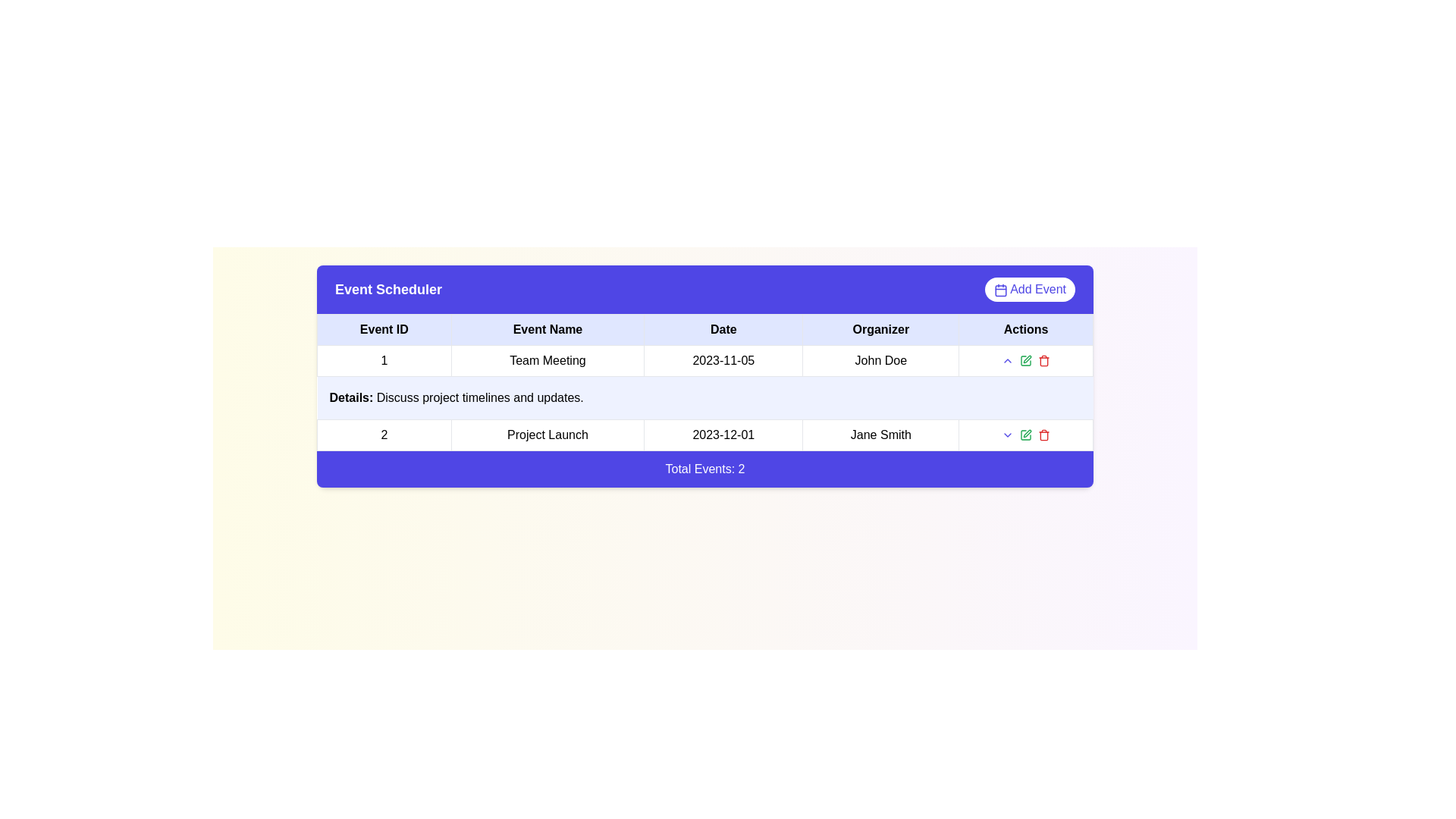 This screenshot has width=1456, height=819. I want to click on the pen icon in the 'Actions' column of the second row, so click(1028, 359).